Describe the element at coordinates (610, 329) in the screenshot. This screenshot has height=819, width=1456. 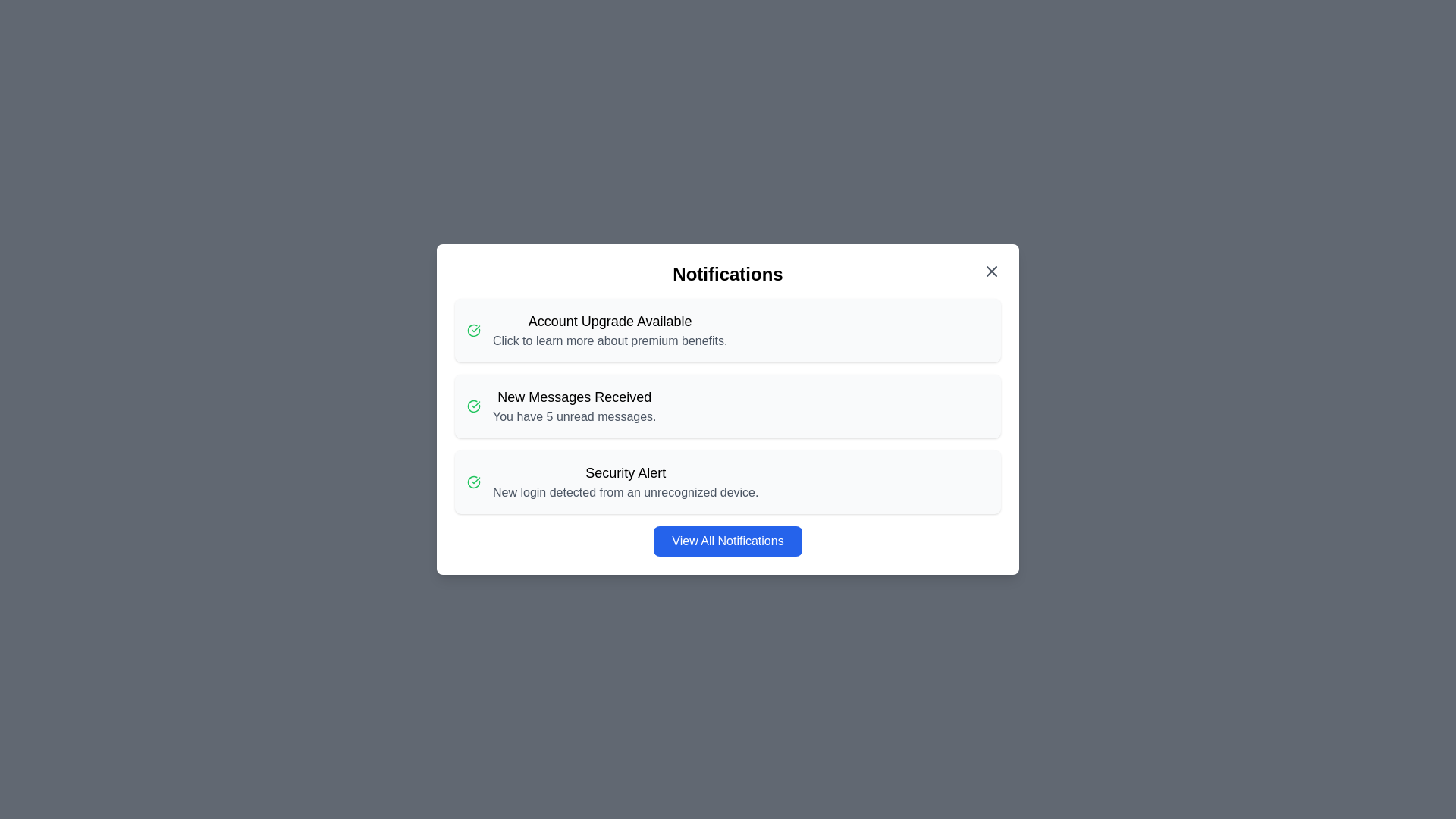
I see `the 'Account Upgrade Available' text within the light-gray card notification to interact with the notification` at that location.